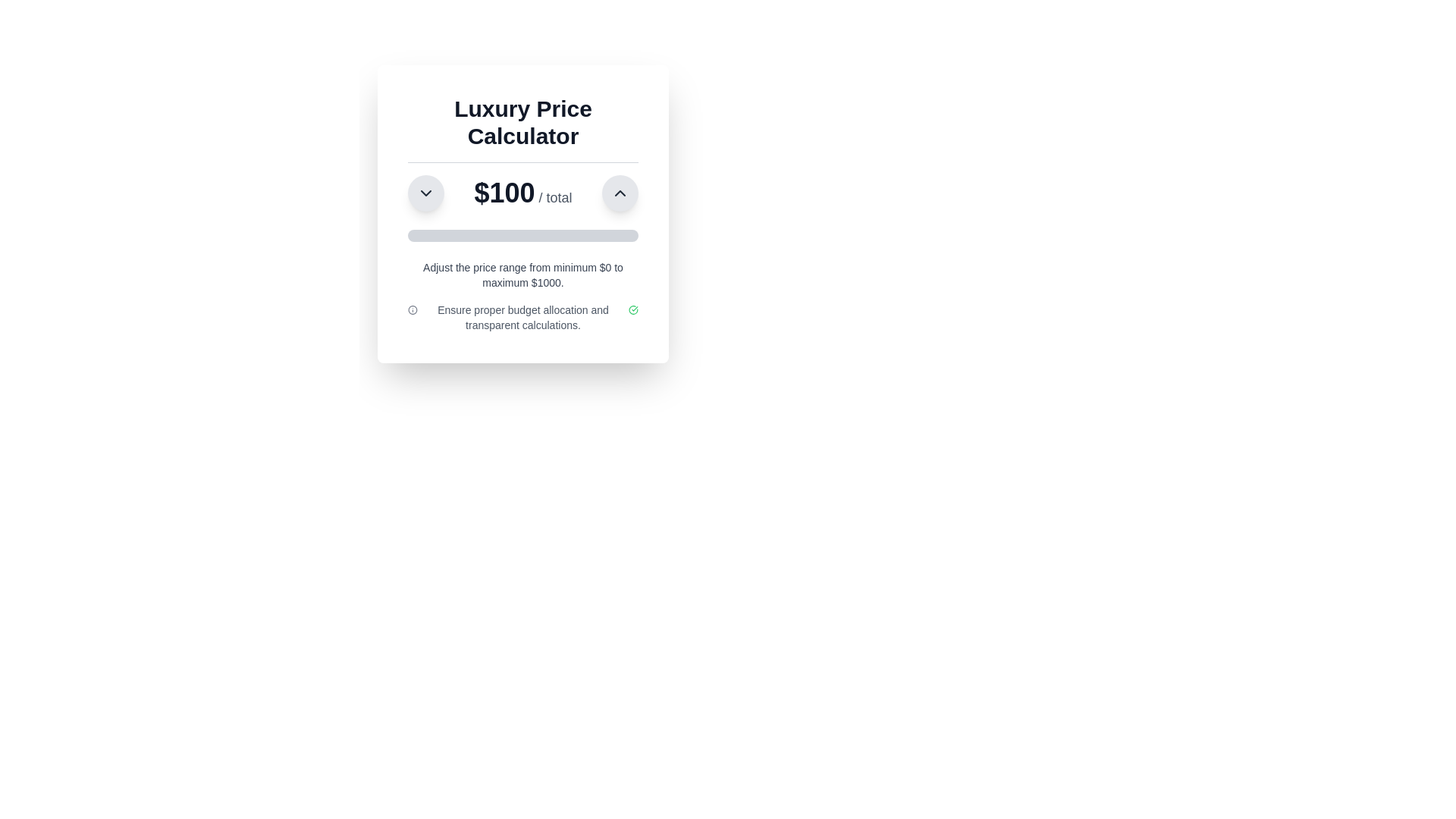  Describe the element at coordinates (410, 236) in the screenshot. I see `the slider's value` at that location.